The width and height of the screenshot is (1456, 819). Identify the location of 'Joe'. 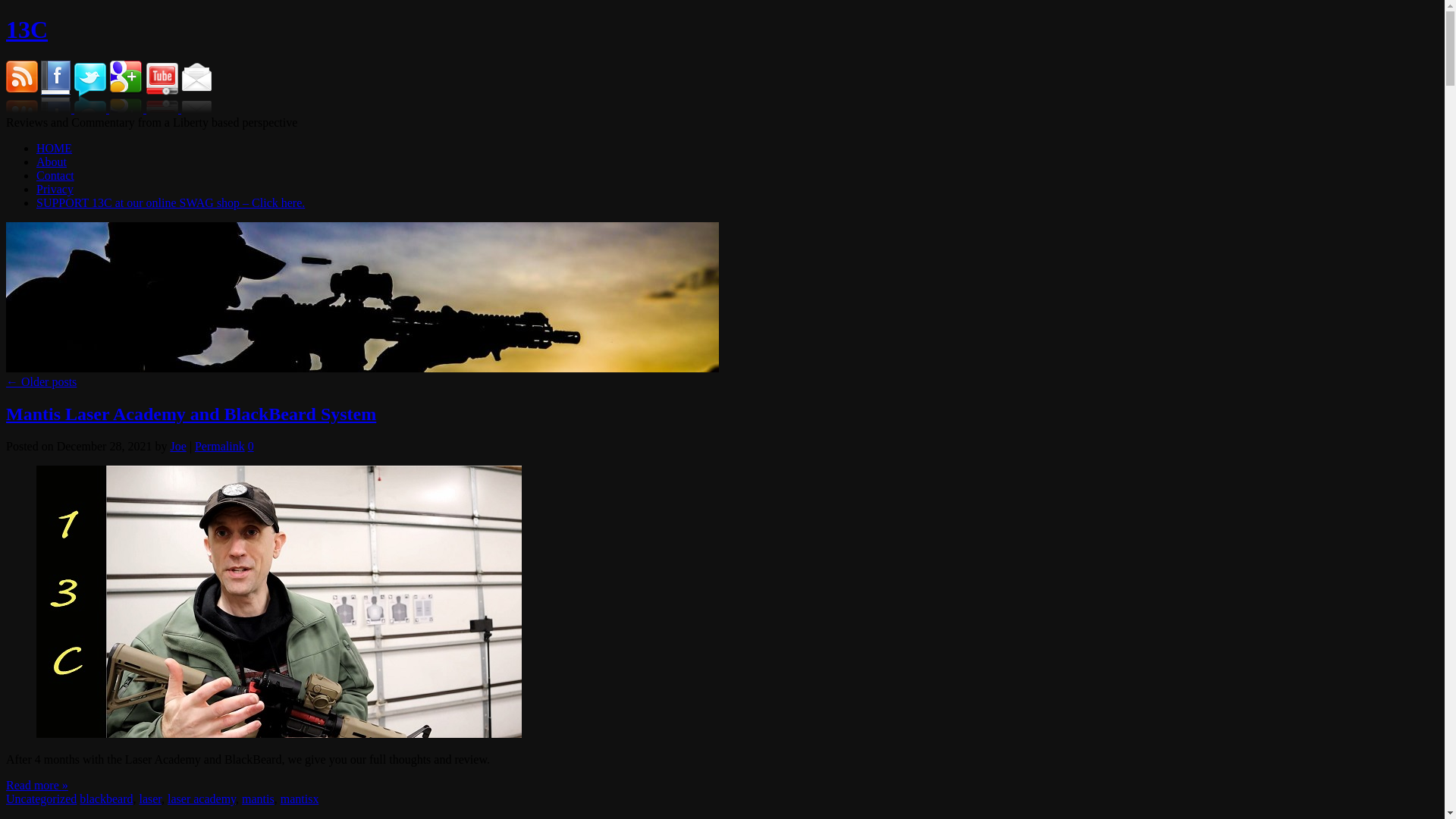
(177, 445).